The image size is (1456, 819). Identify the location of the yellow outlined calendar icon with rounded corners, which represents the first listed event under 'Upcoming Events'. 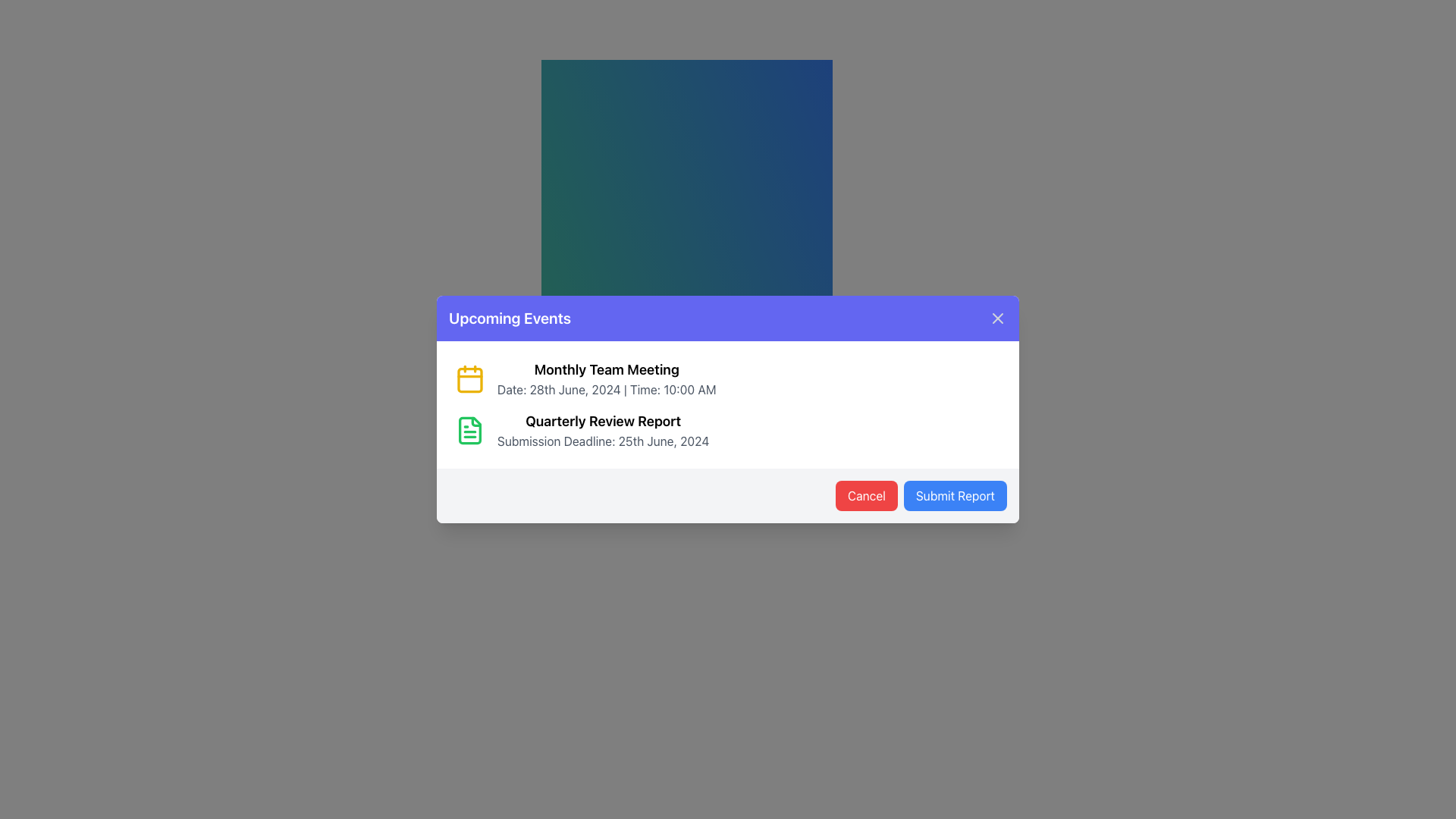
(469, 378).